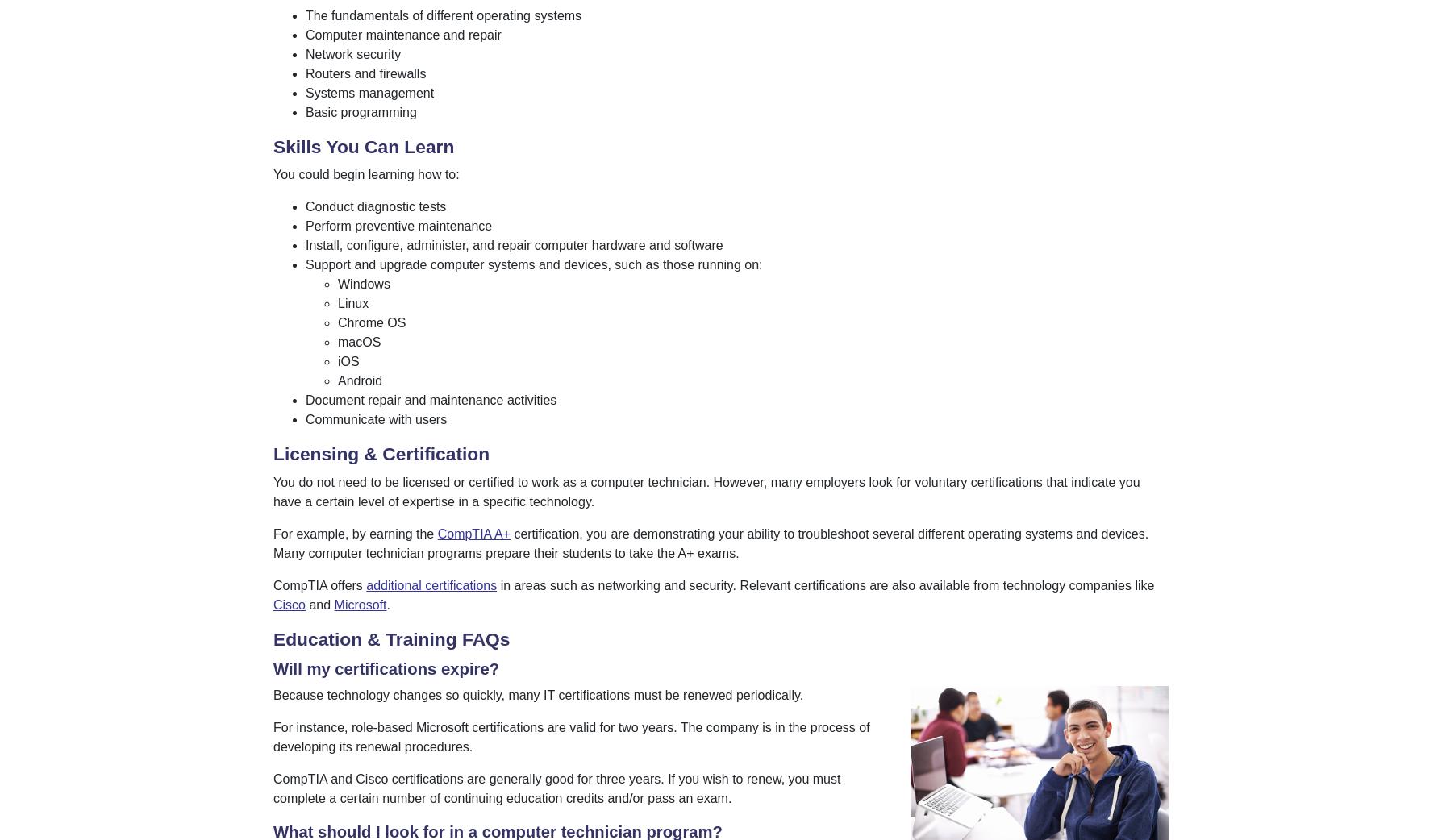 The height and width of the screenshot is (840, 1442). Describe the element at coordinates (398, 226) in the screenshot. I see `'Perform preventive maintenance'` at that location.